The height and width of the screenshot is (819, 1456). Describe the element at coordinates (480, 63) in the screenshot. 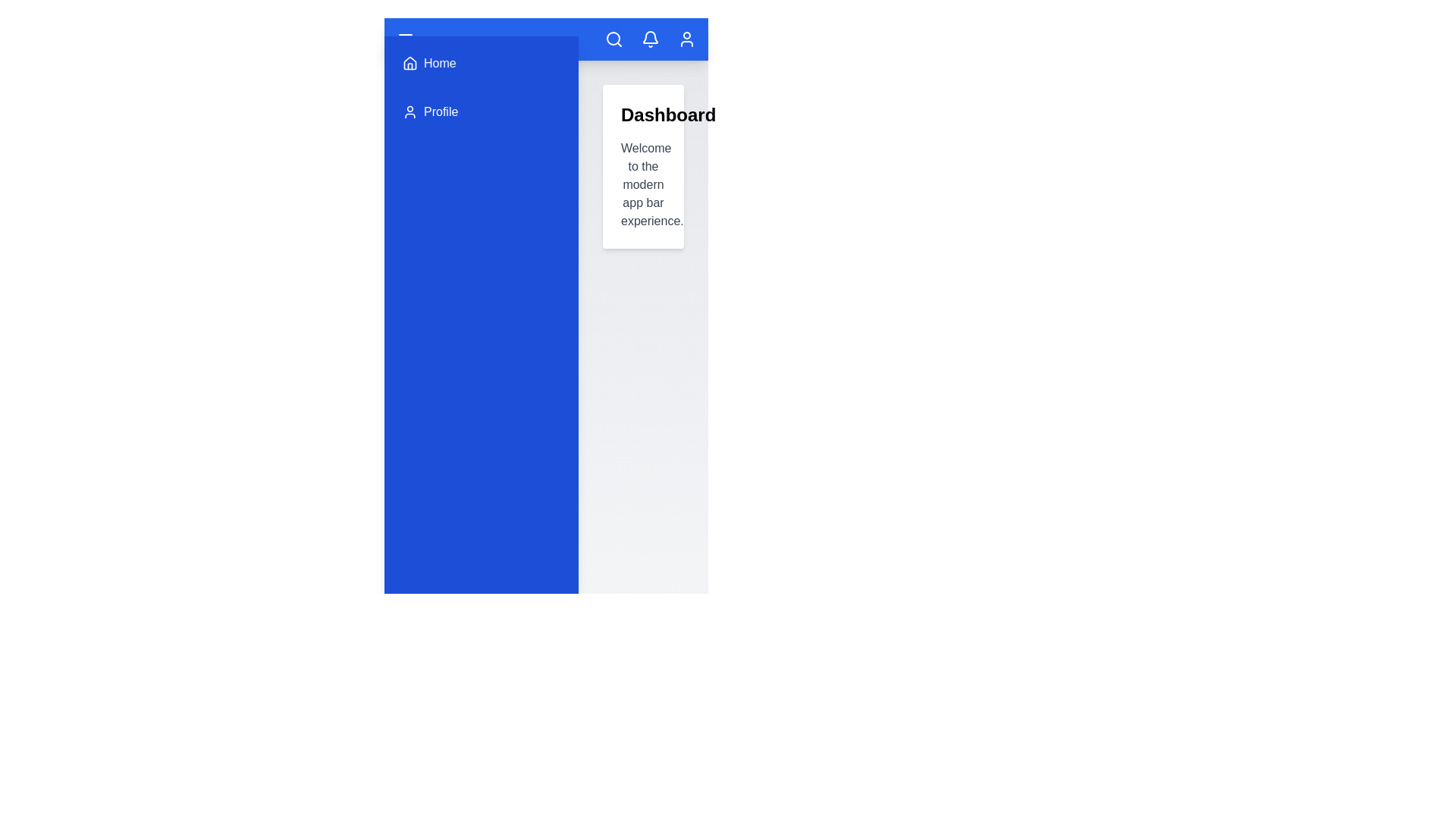

I see `the 'Home' menu item` at that location.